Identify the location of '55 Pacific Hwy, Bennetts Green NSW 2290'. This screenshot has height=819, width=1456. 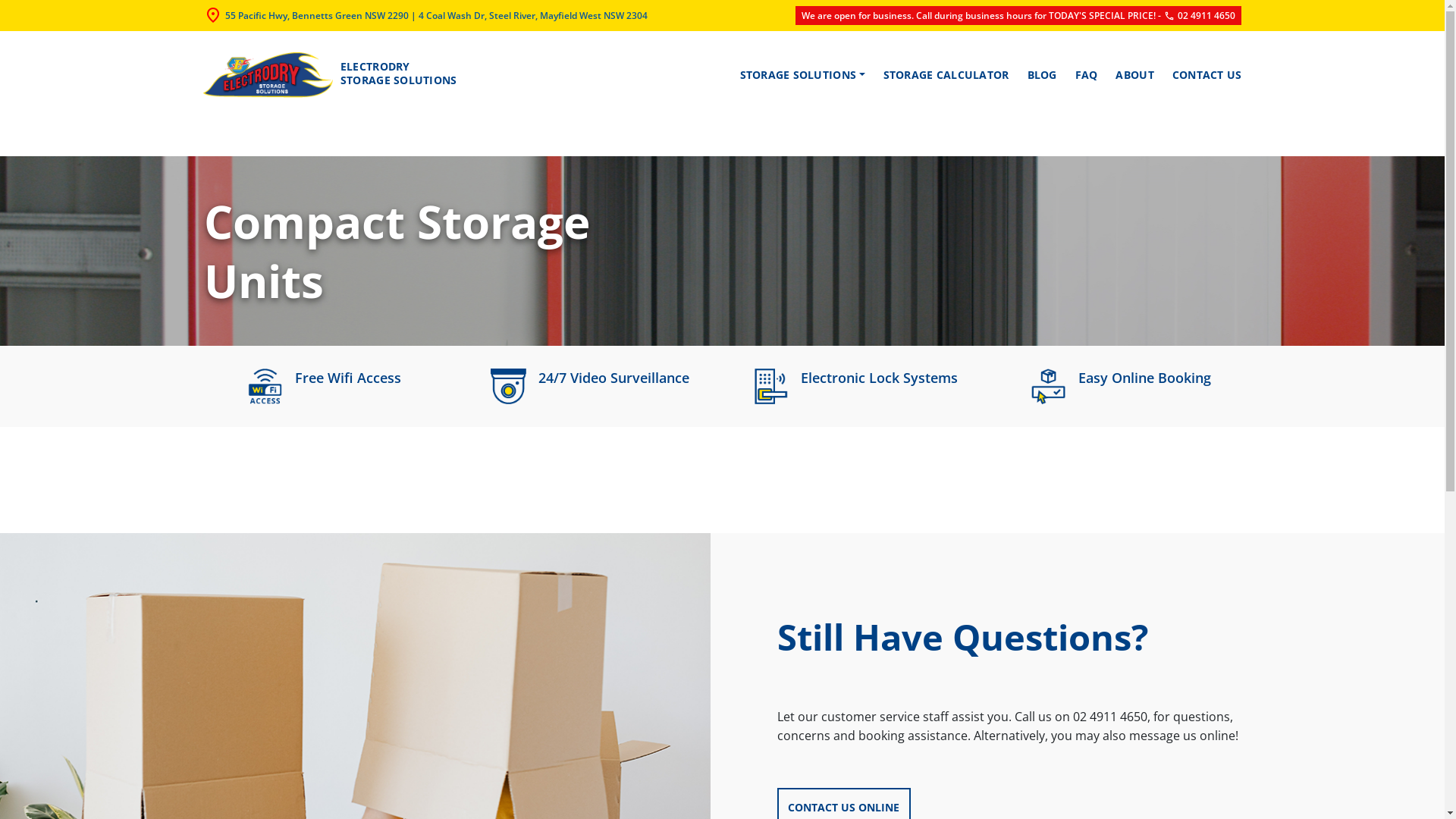
(315, 15).